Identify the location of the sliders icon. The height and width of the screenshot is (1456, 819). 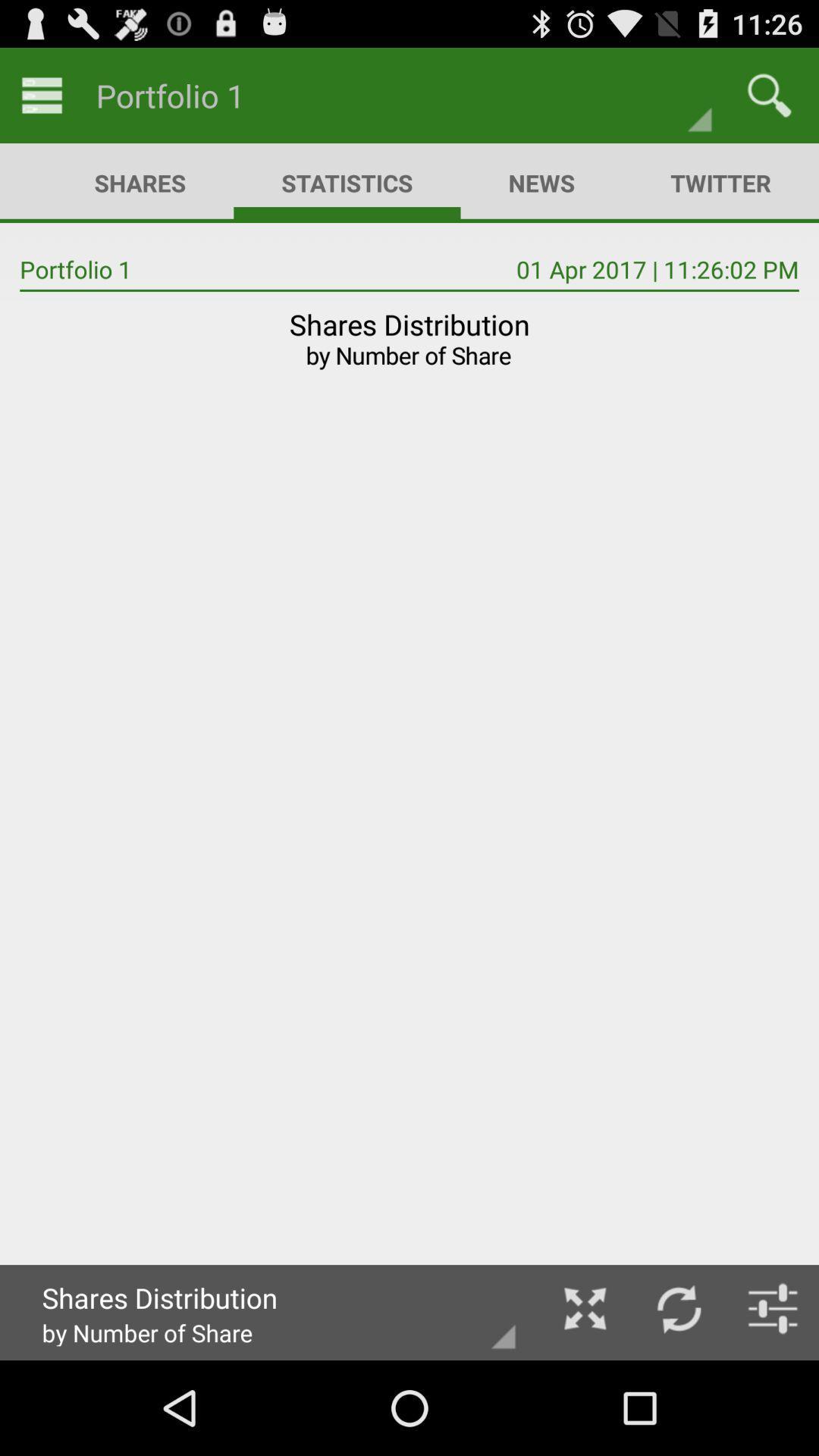
(773, 1400).